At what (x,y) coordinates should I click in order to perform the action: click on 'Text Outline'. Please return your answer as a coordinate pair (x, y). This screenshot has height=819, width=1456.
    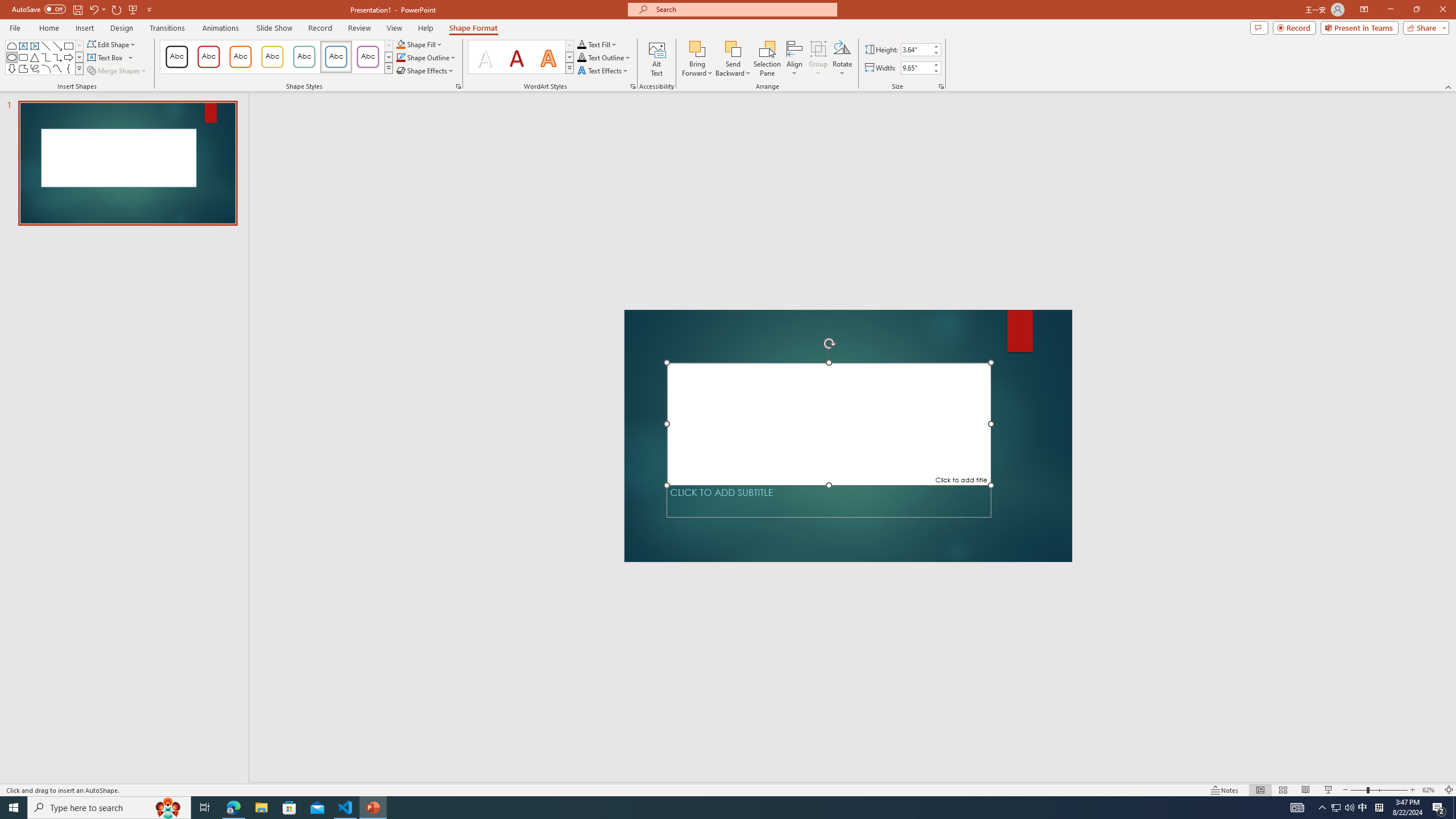
    Looking at the image, I should click on (603, 56).